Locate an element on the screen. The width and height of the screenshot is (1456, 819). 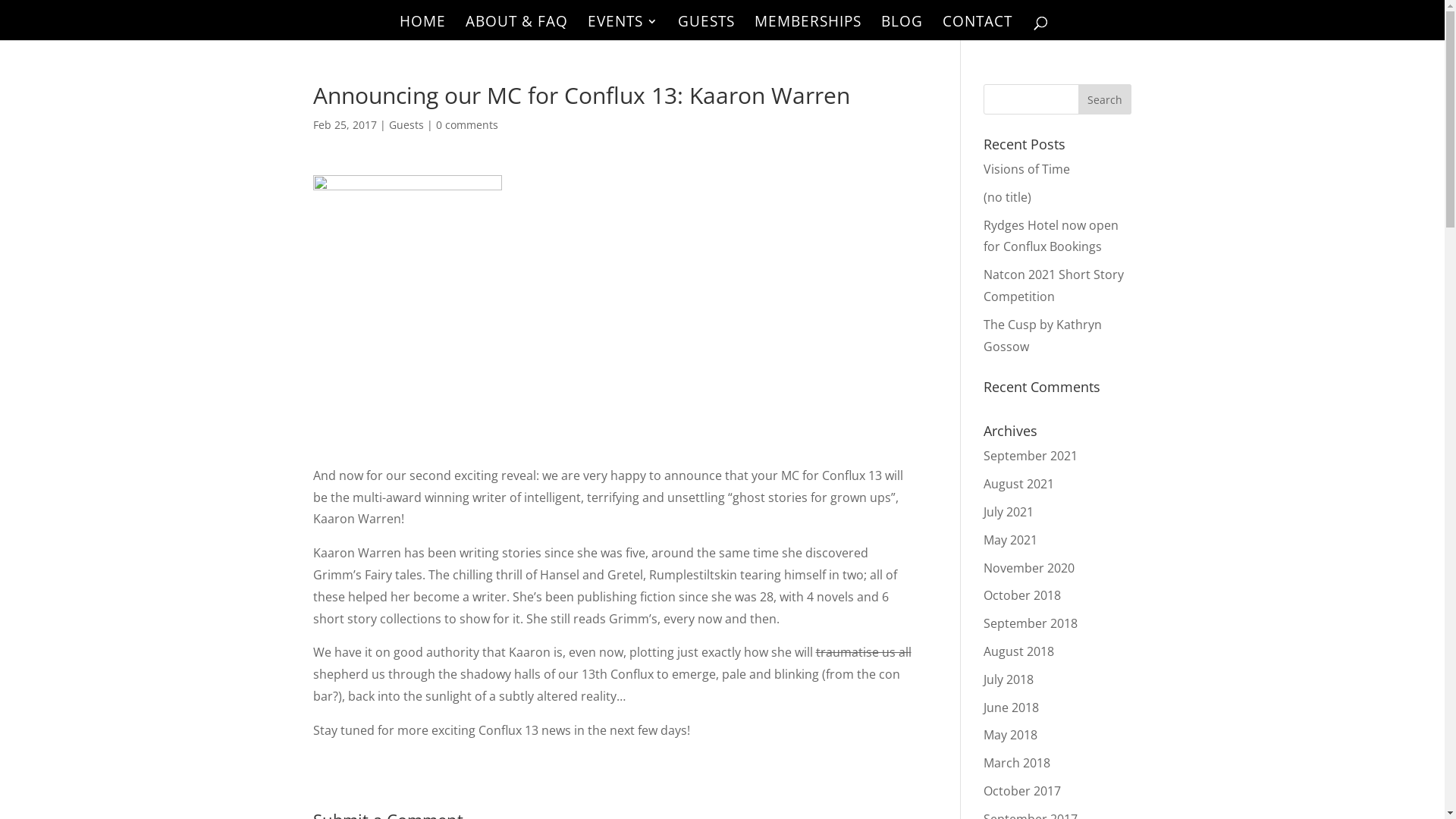
'May 2021' is located at coordinates (983, 539).